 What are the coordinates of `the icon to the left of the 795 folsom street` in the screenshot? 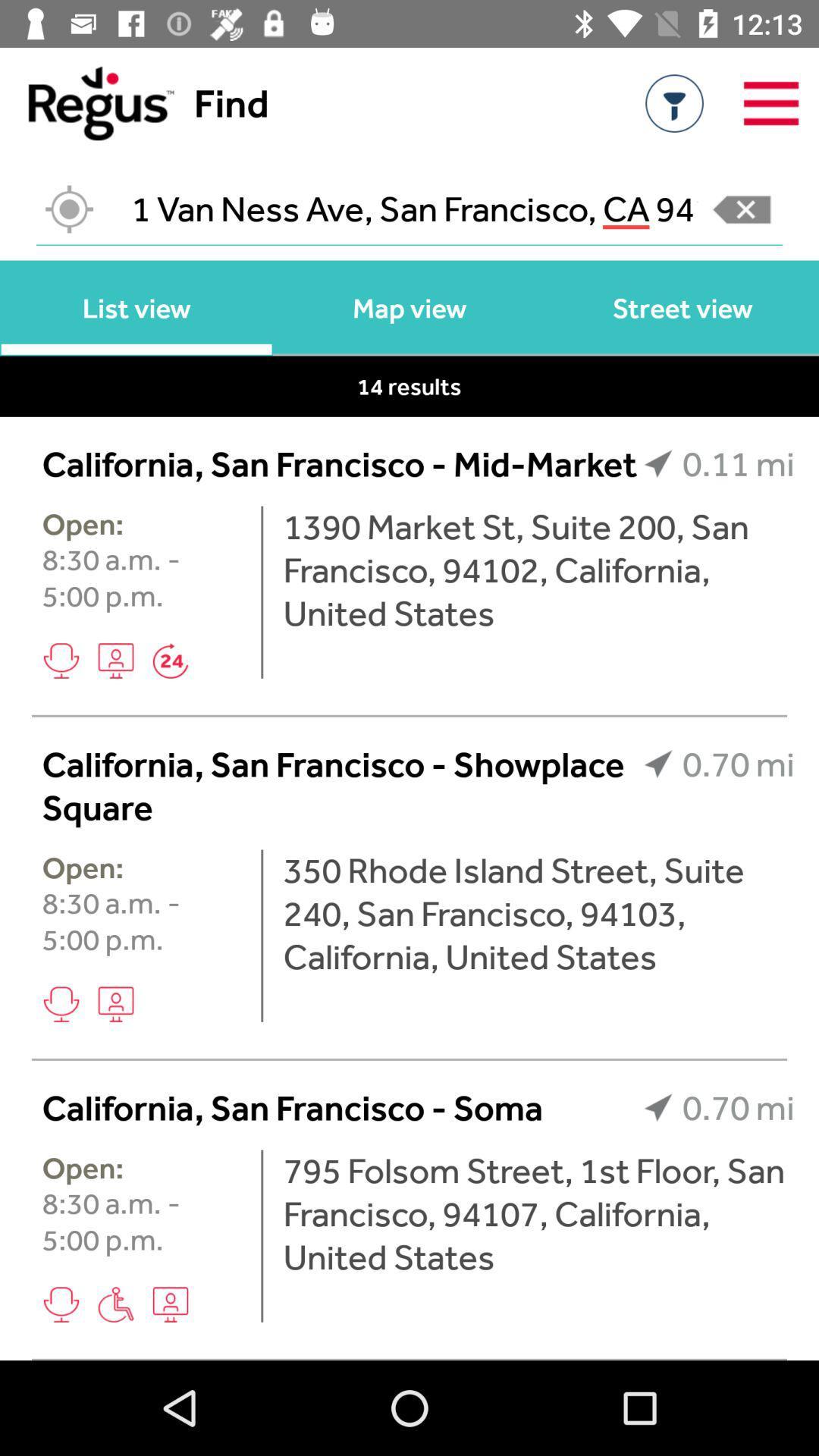 It's located at (261, 1236).